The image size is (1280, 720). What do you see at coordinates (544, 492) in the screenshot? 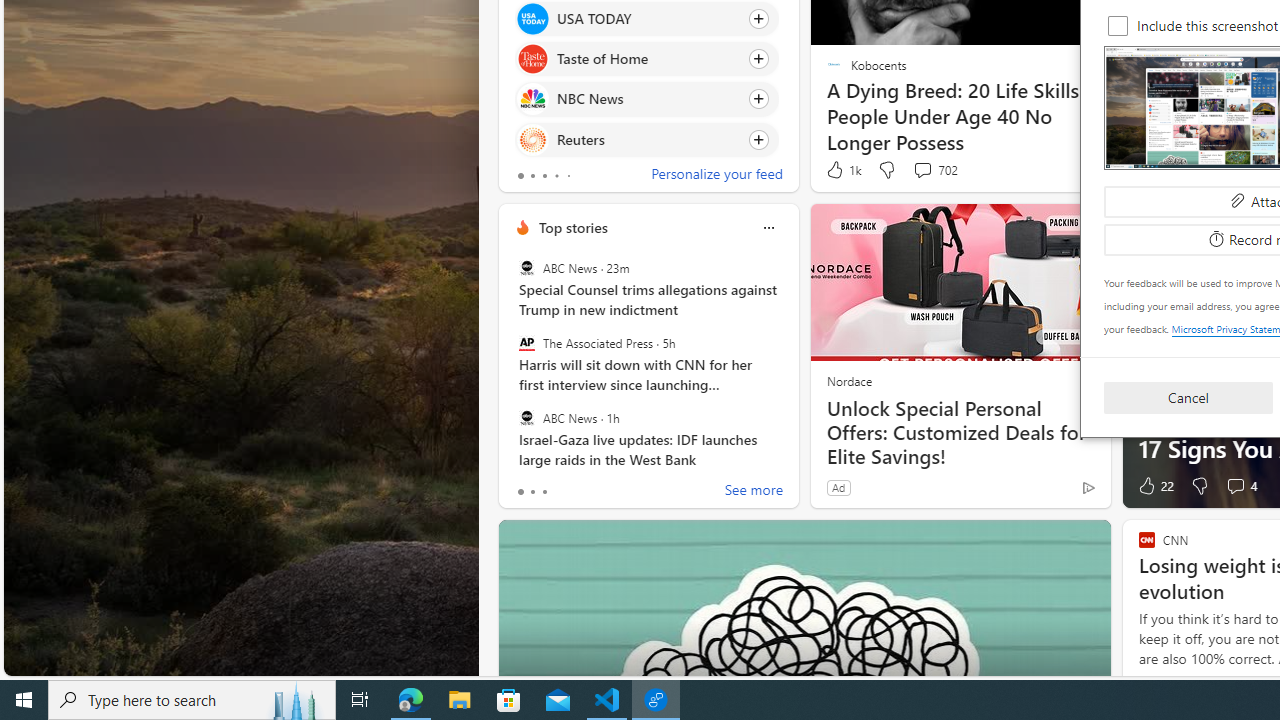
I see `'tab-2'` at bounding box center [544, 492].